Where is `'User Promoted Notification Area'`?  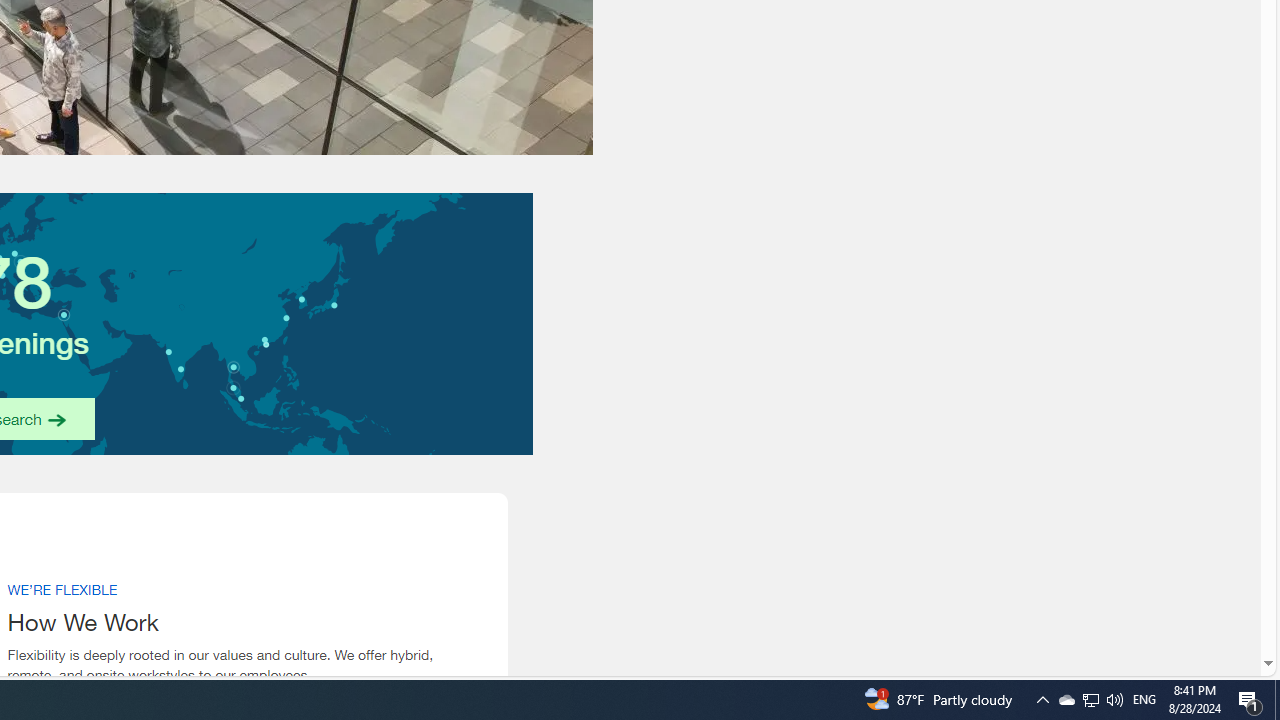 'User Promoted Notification Area' is located at coordinates (1089, 698).